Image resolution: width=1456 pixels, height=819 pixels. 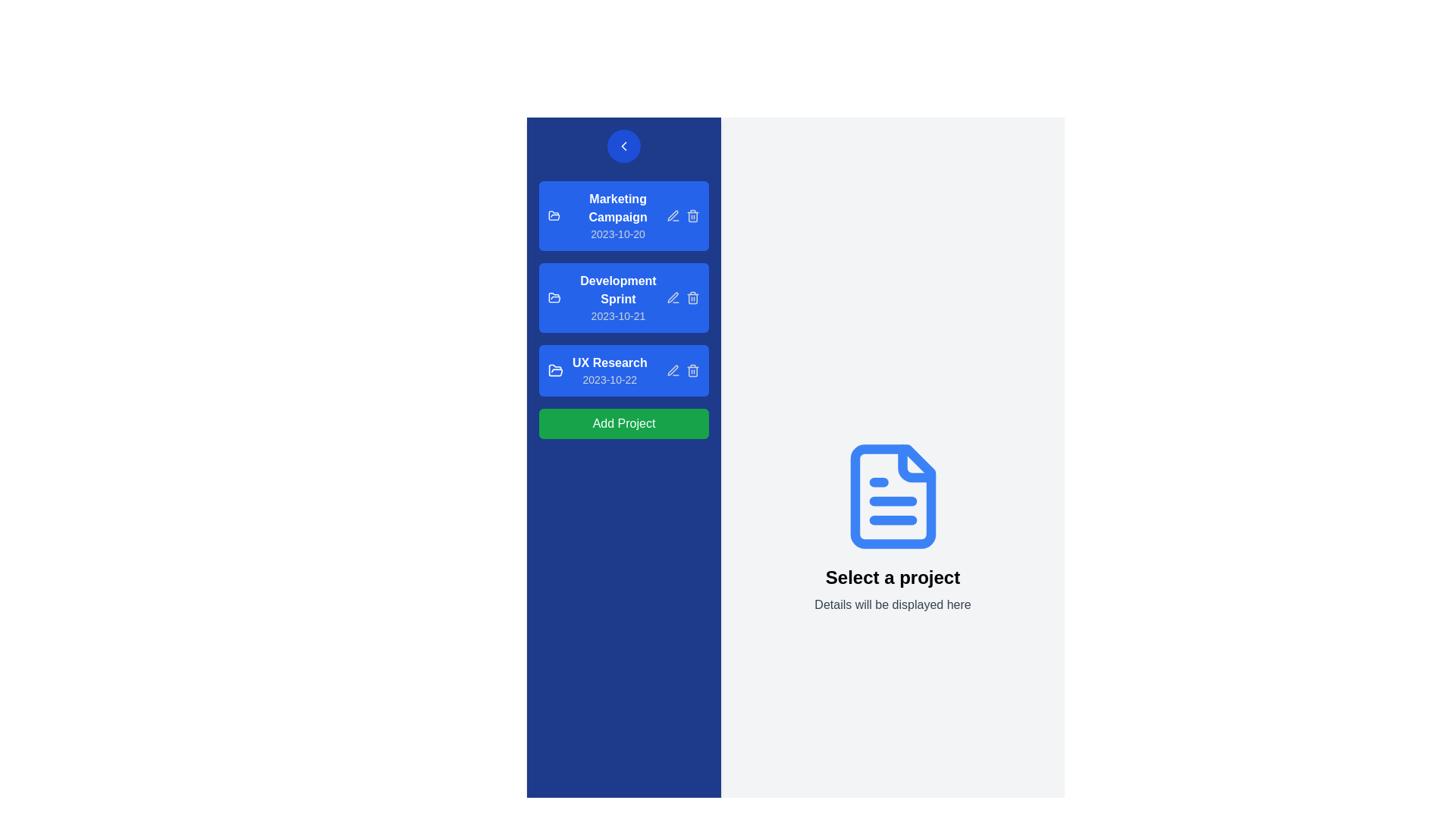 I want to click on the 'Add Project' button located at the bottom of the project list in the sidebar to trigger its hover state, so click(x=623, y=424).